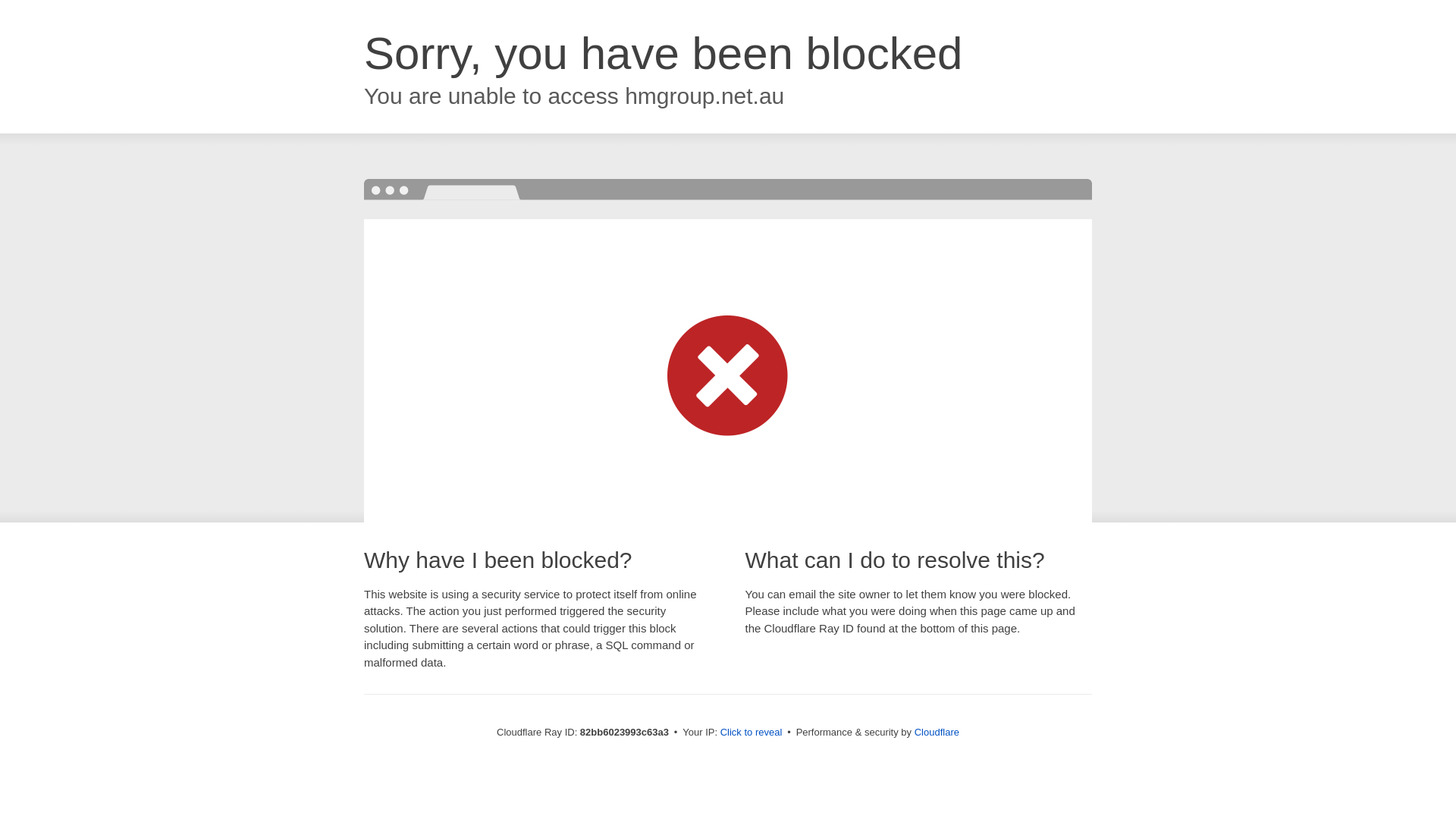 The width and height of the screenshot is (1456, 819). Describe the element at coordinates (751, 731) in the screenshot. I see `'Click to reveal'` at that location.